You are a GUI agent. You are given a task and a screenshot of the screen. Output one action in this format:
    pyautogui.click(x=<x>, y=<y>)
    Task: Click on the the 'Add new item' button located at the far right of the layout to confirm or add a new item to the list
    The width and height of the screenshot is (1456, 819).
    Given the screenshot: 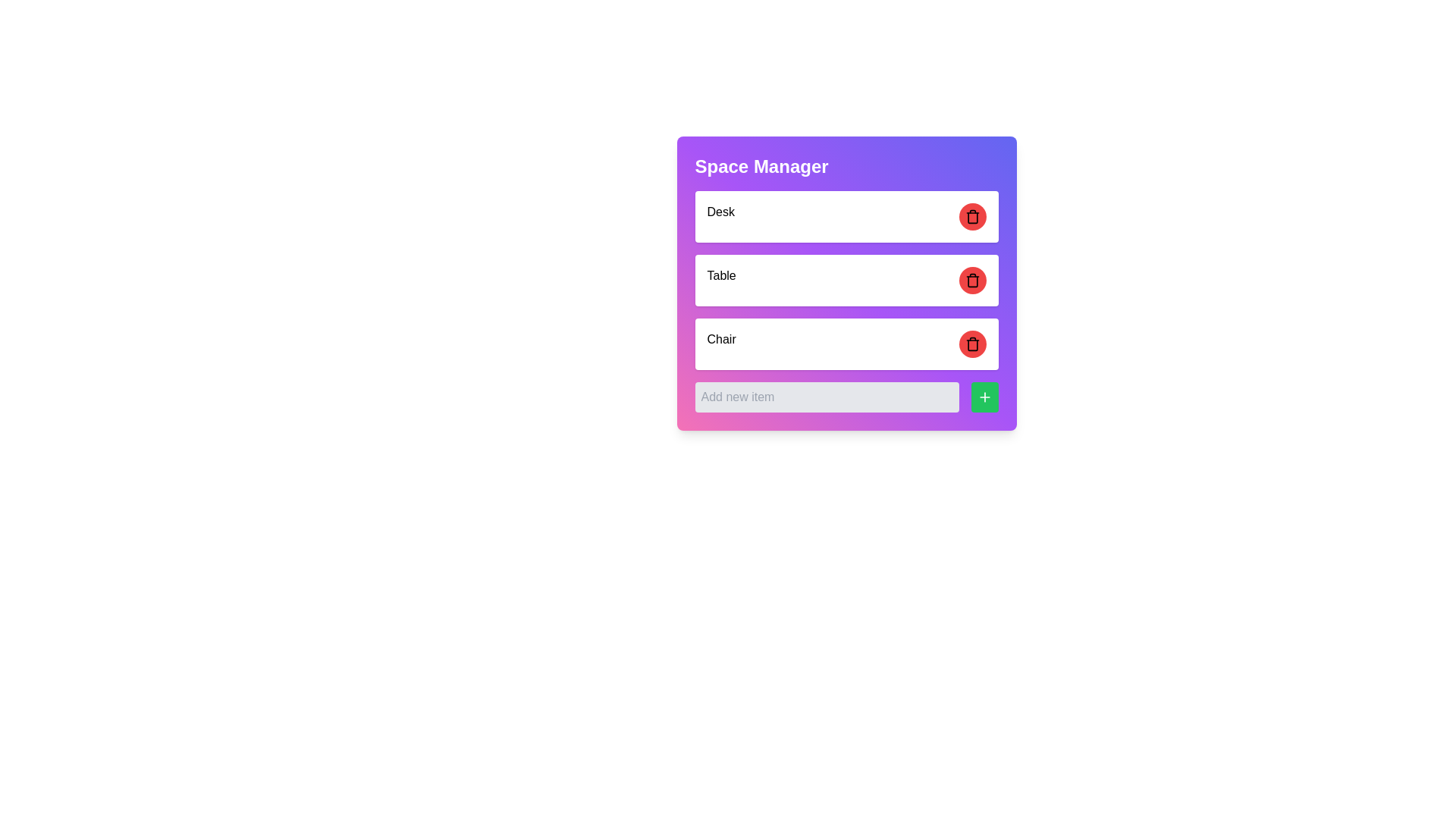 What is the action you would take?
    pyautogui.click(x=984, y=397)
    